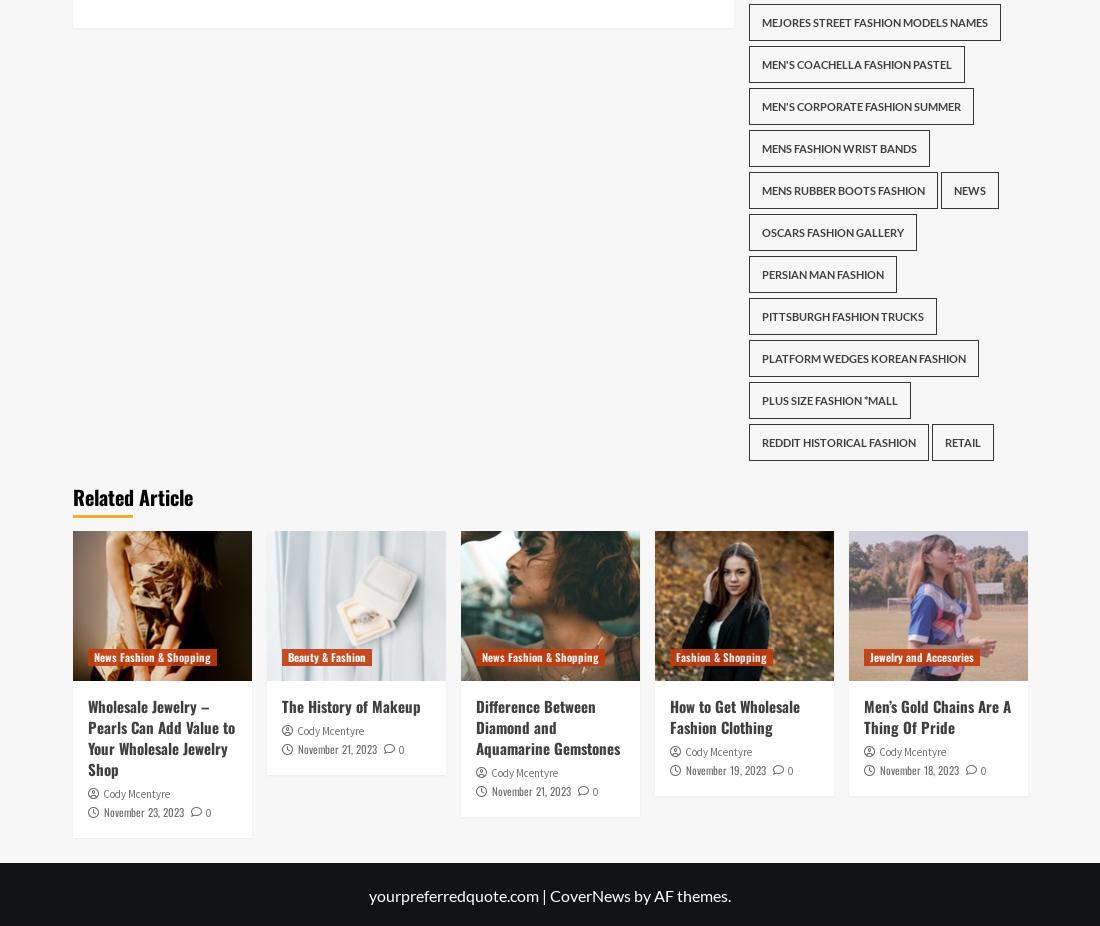 This screenshot has width=1100, height=926. I want to click on 'Mens Fashion Wrist Bands', so click(837, 147).